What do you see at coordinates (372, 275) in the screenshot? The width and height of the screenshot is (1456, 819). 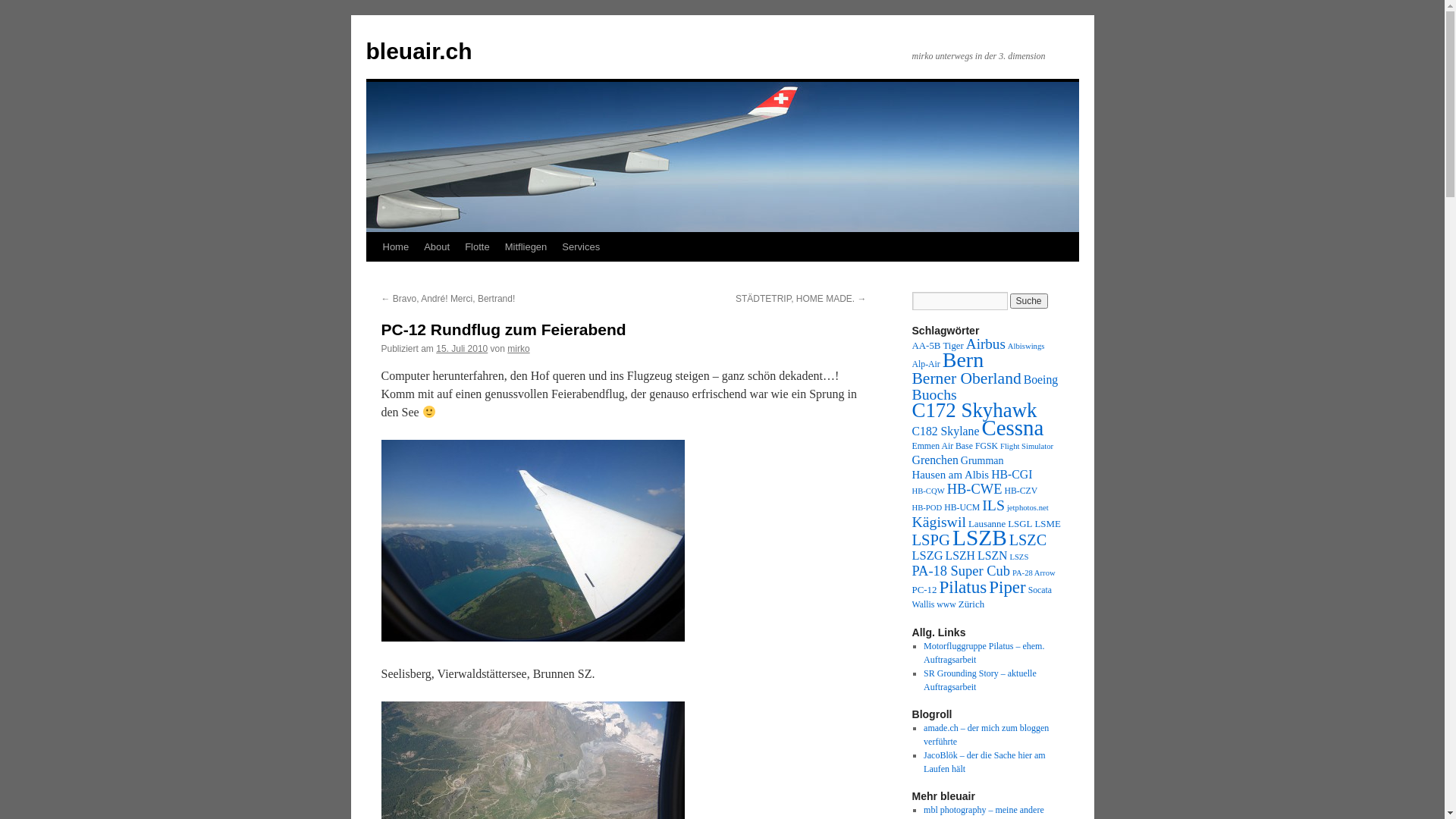 I see `'Zum Inhalt springen'` at bounding box center [372, 275].